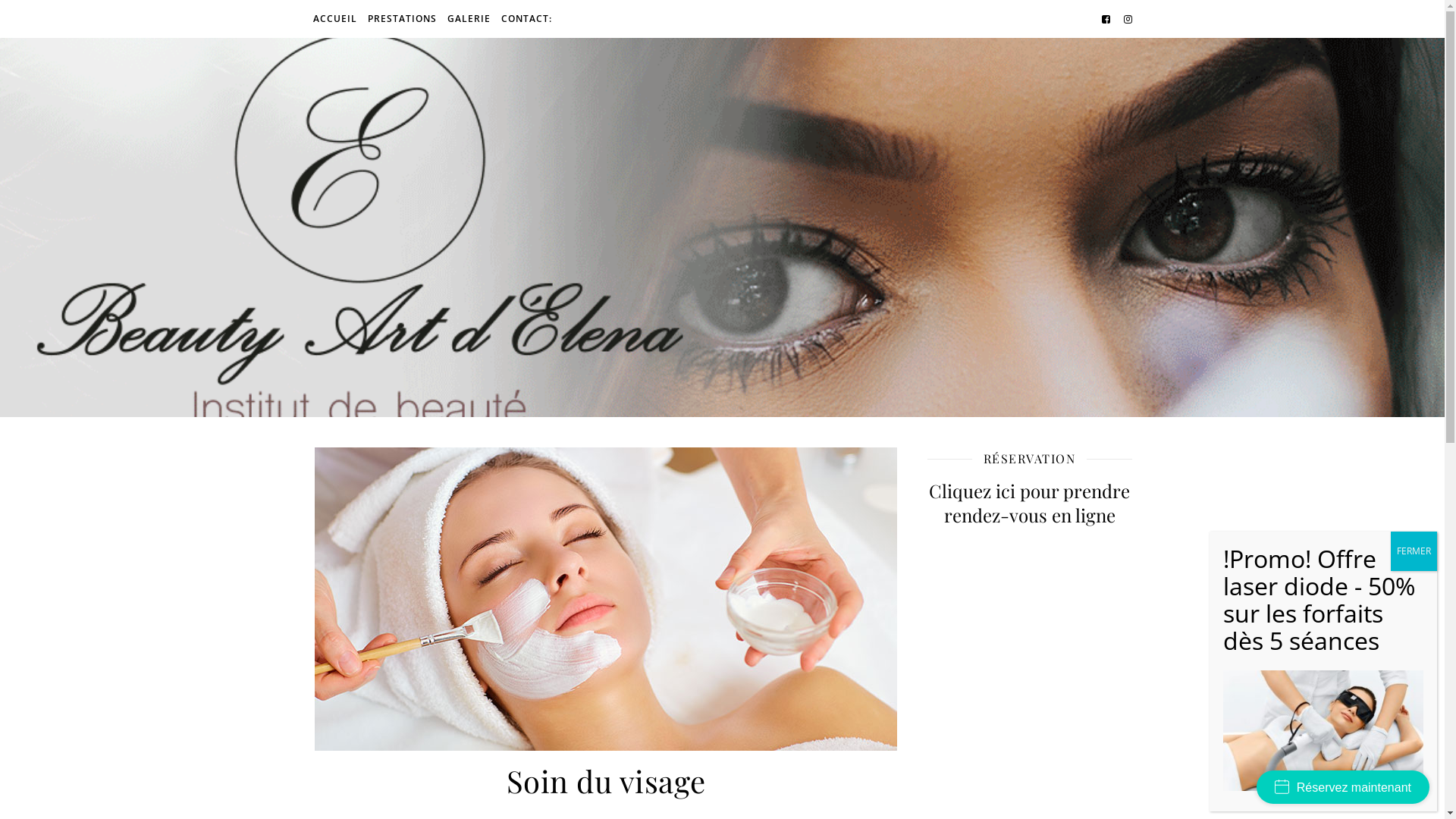  I want to click on 'CONTACT:', so click(524, 18).